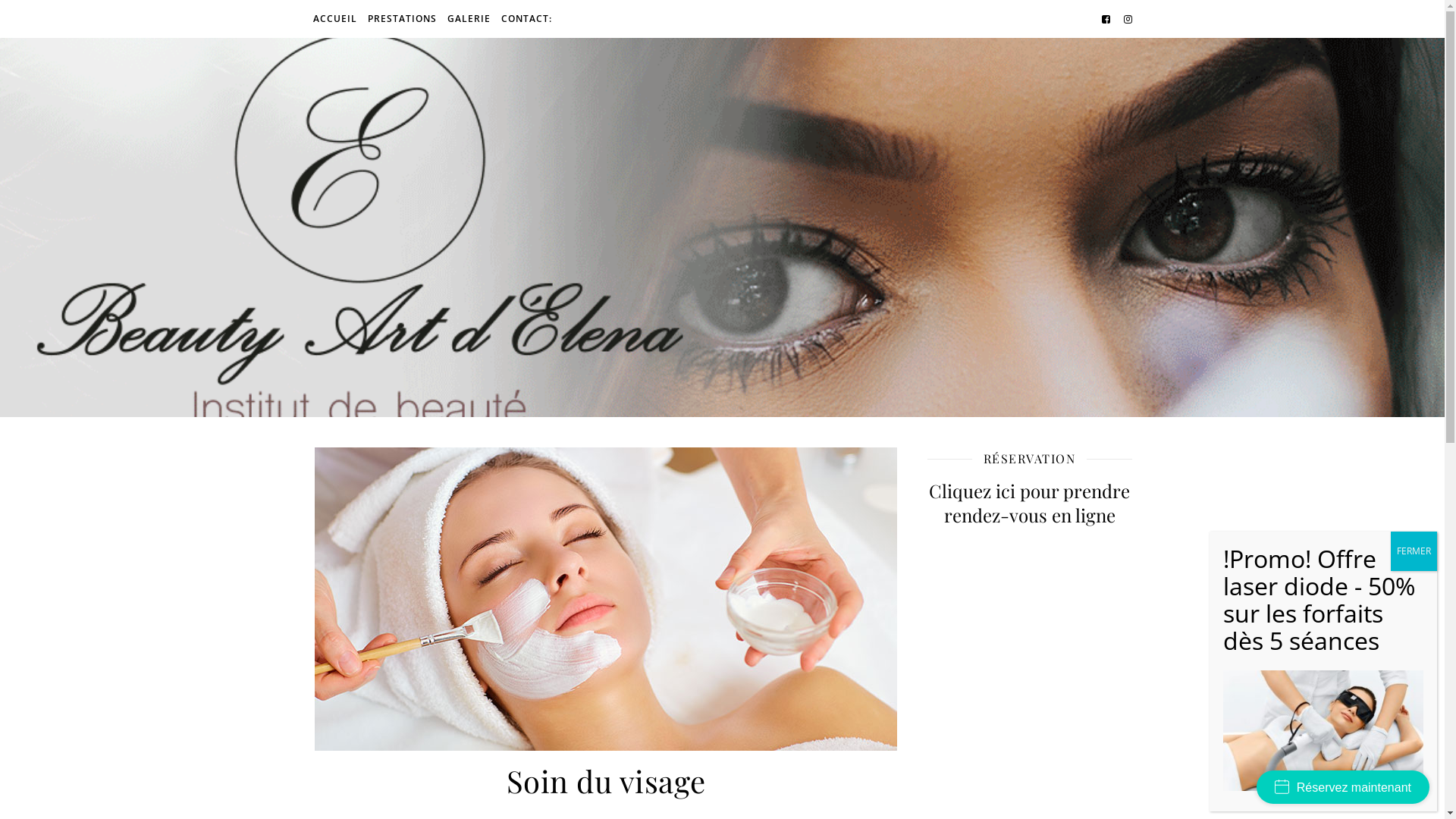  I want to click on 'CONTACT:', so click(524, 18).